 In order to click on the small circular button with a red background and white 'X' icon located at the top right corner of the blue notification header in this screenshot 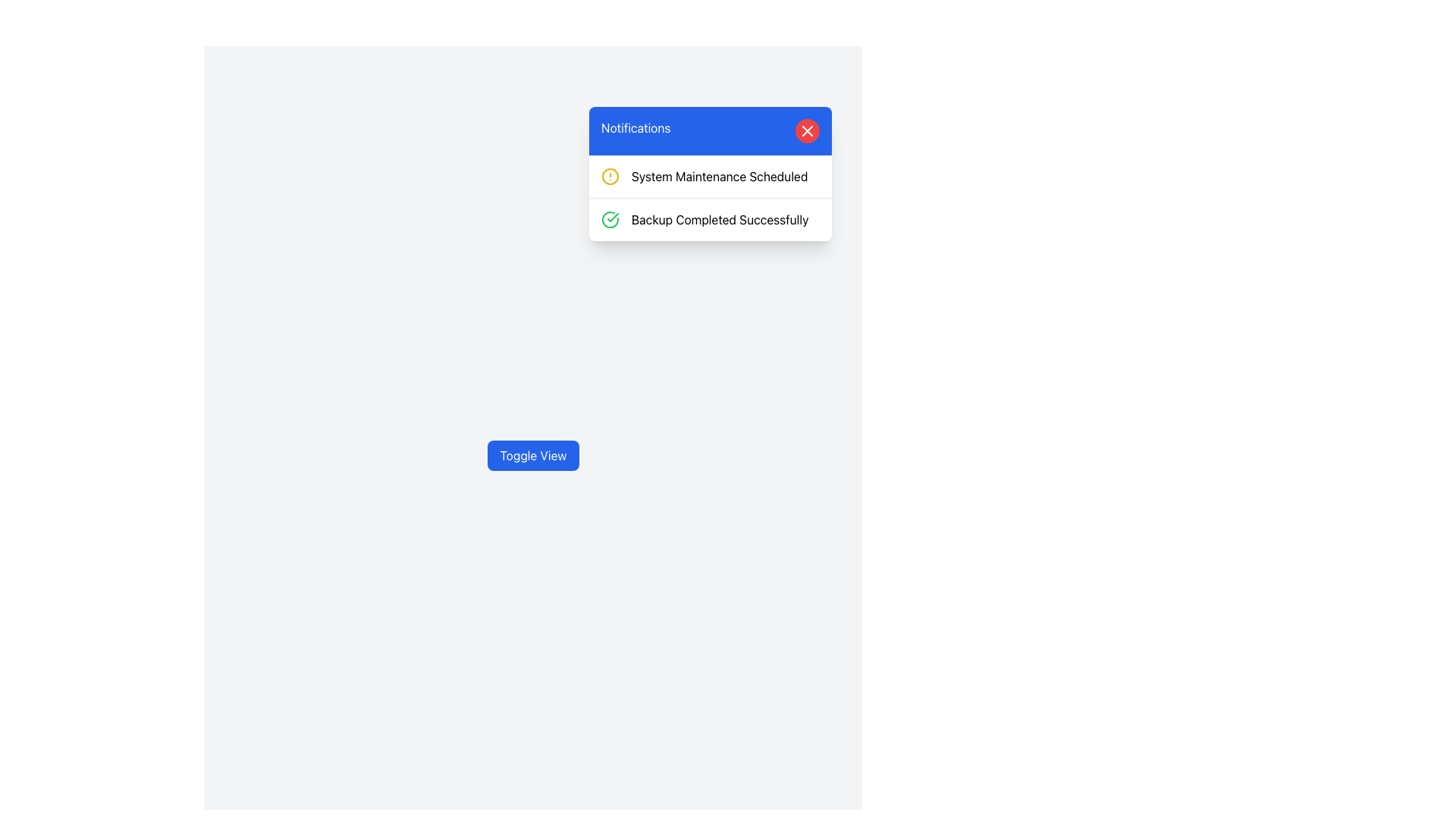, I will do `click(807, 130)`.